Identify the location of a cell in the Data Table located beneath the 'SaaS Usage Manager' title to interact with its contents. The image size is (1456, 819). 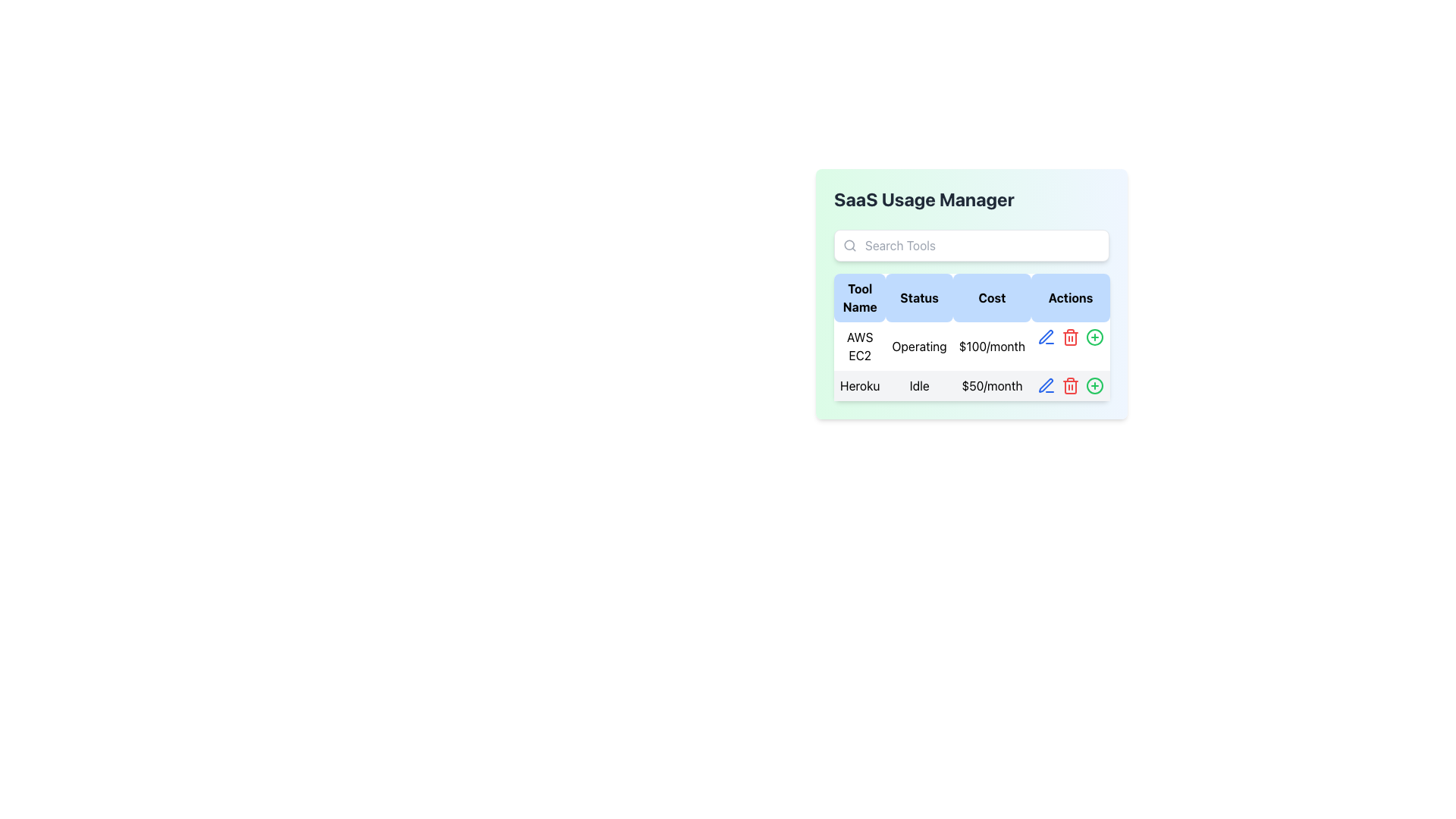
(971, 336).